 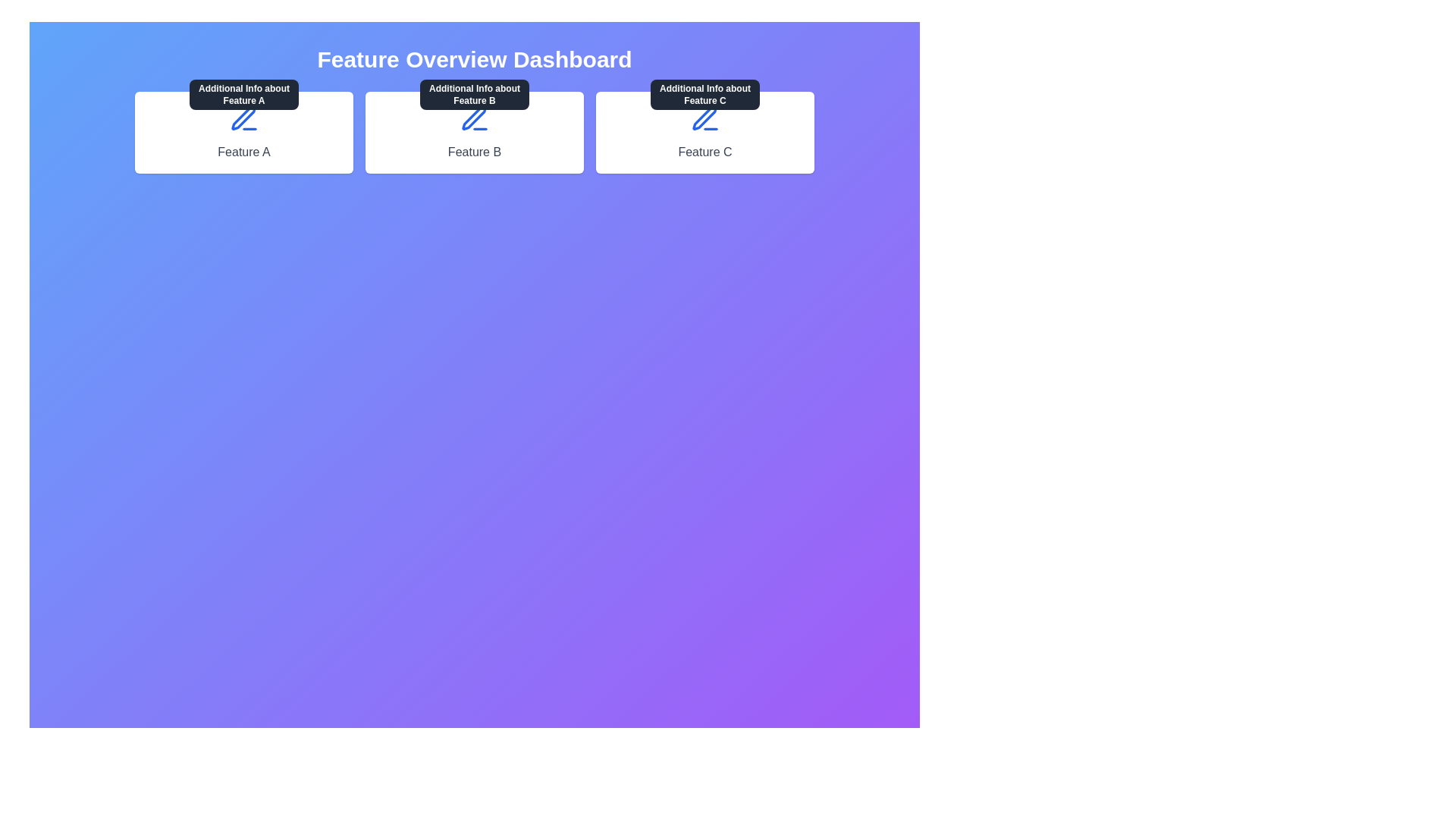 What do you see at coordinates (704, 131) in the screenshot?
I see `the Informational card for 'Feature C', which is the third card in a three-column grid layout` at bounding box center [704, 131].